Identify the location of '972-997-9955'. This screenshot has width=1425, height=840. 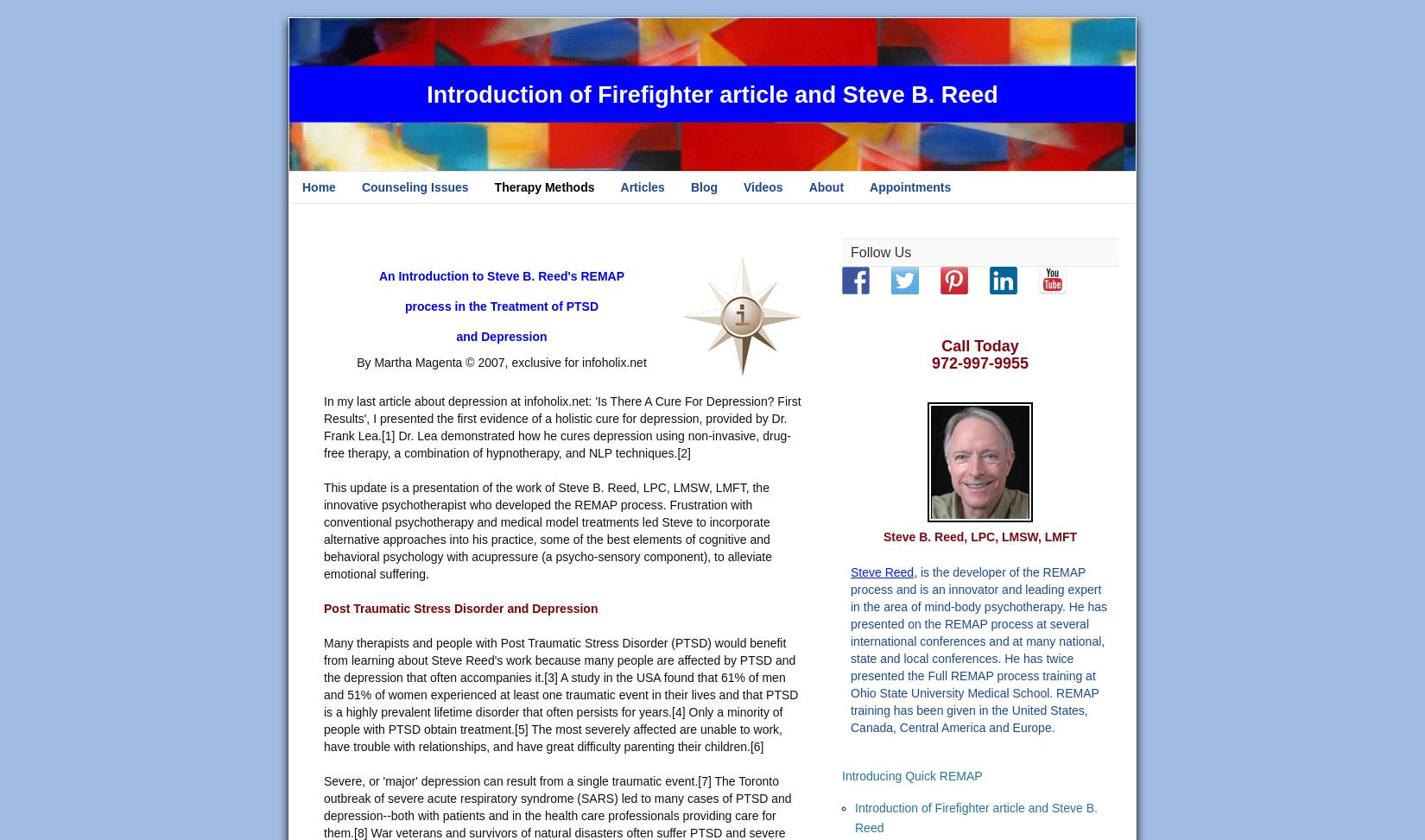
(930, 363).